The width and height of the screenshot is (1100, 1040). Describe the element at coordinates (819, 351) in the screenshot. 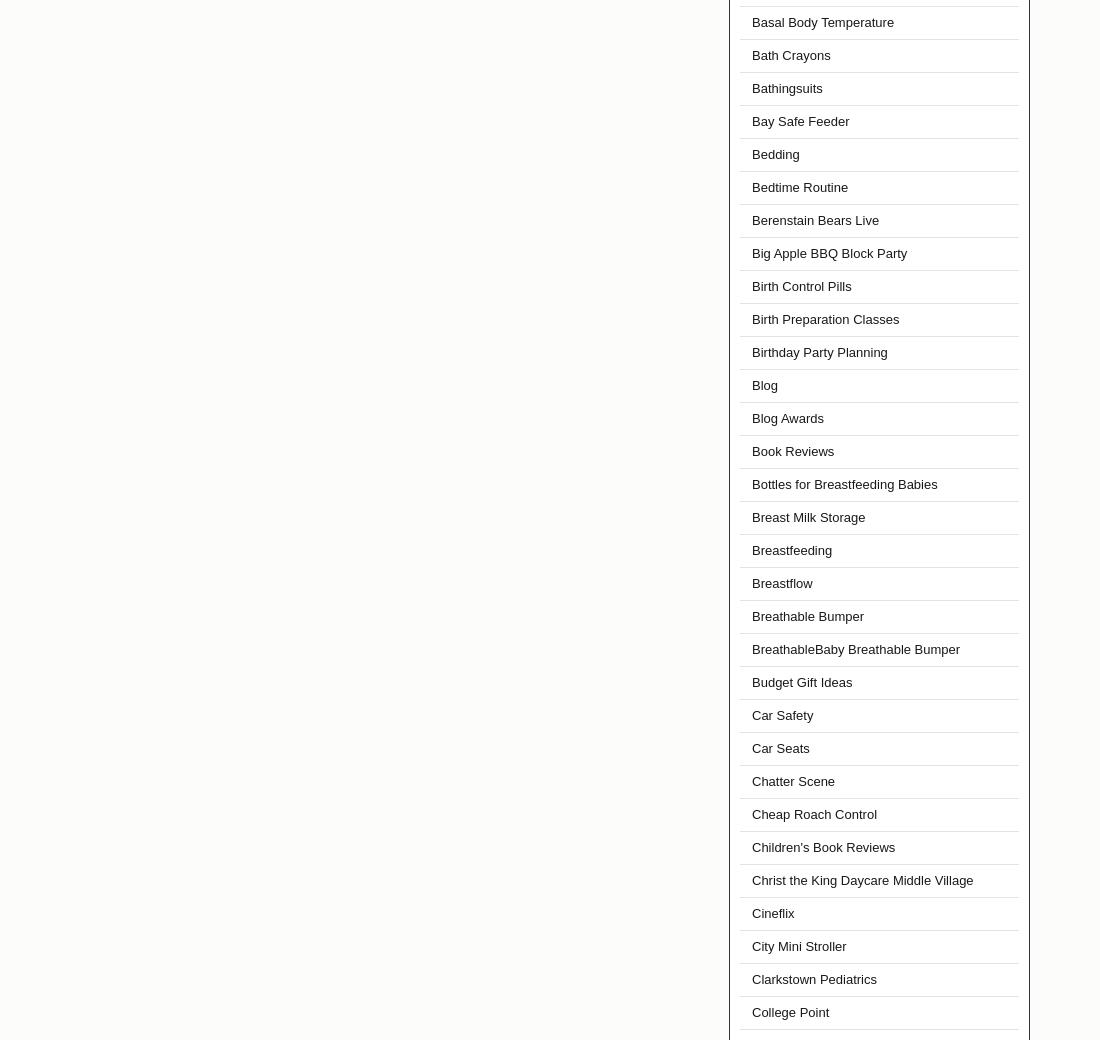

I see `'Birthday Party Planning'` at that location.